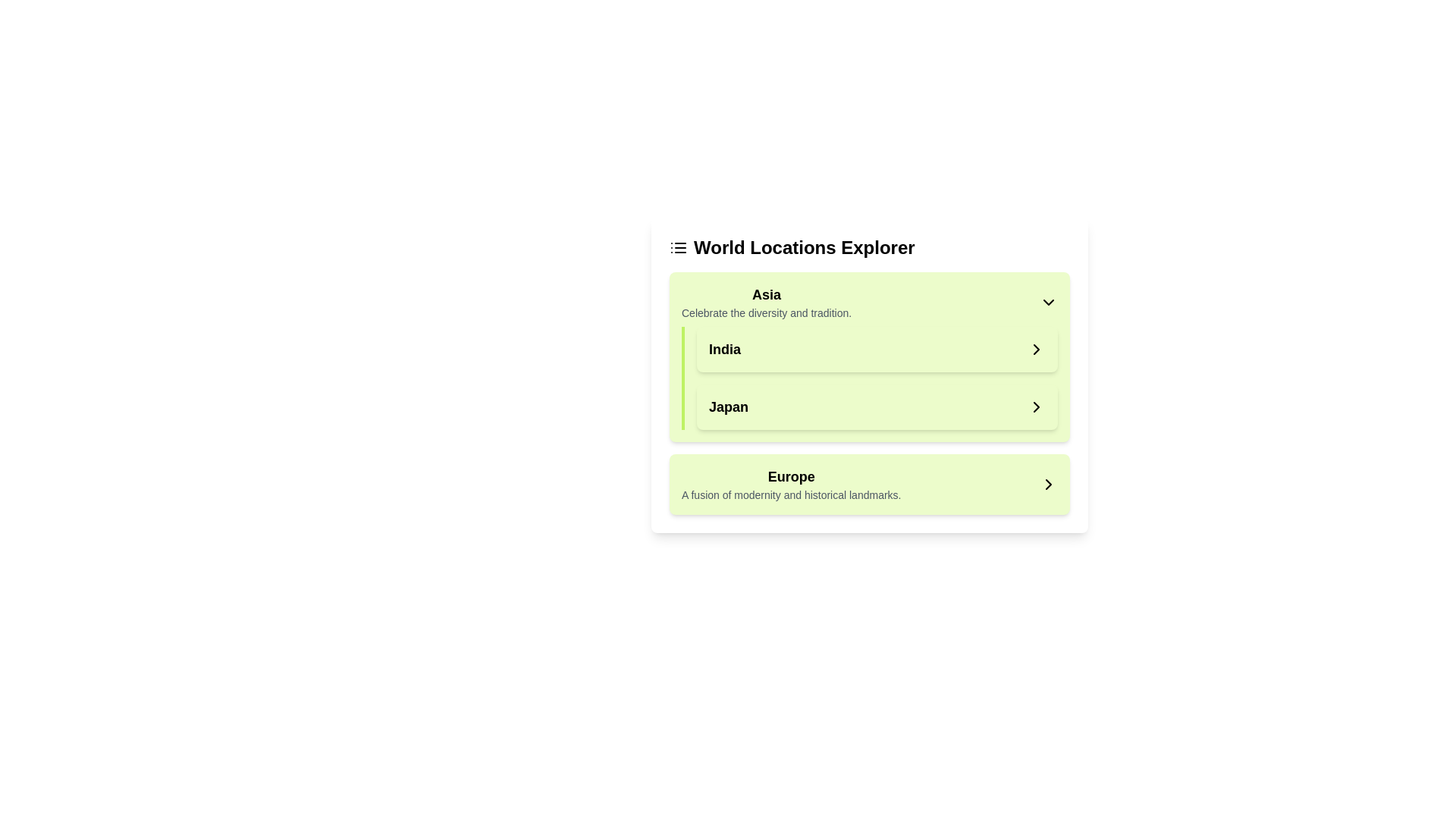 The width and height of the screenshot is (1456, 819). Describe the element at coordinates (767, 295) in the screenshot. I see `the bold text label 'Asia' which is positioned in the first section of the list group with light green backgrounds` at that location.